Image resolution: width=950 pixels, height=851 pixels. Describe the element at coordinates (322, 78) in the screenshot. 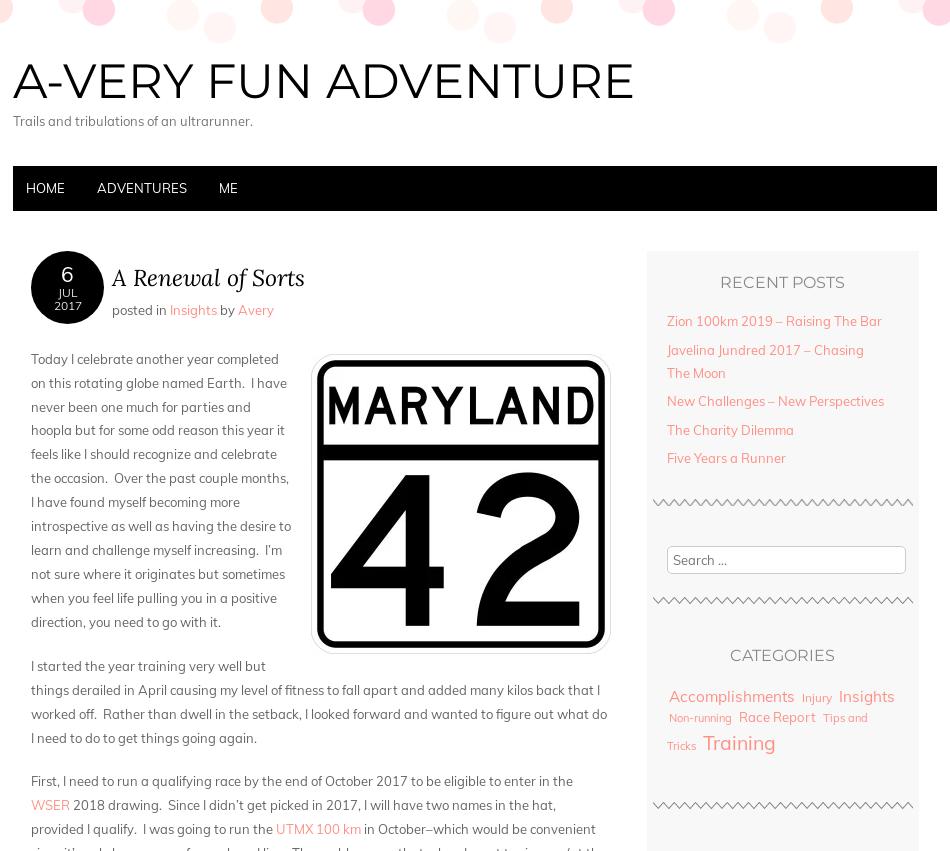

I see `'A-very Fun Adventure'` at that location.